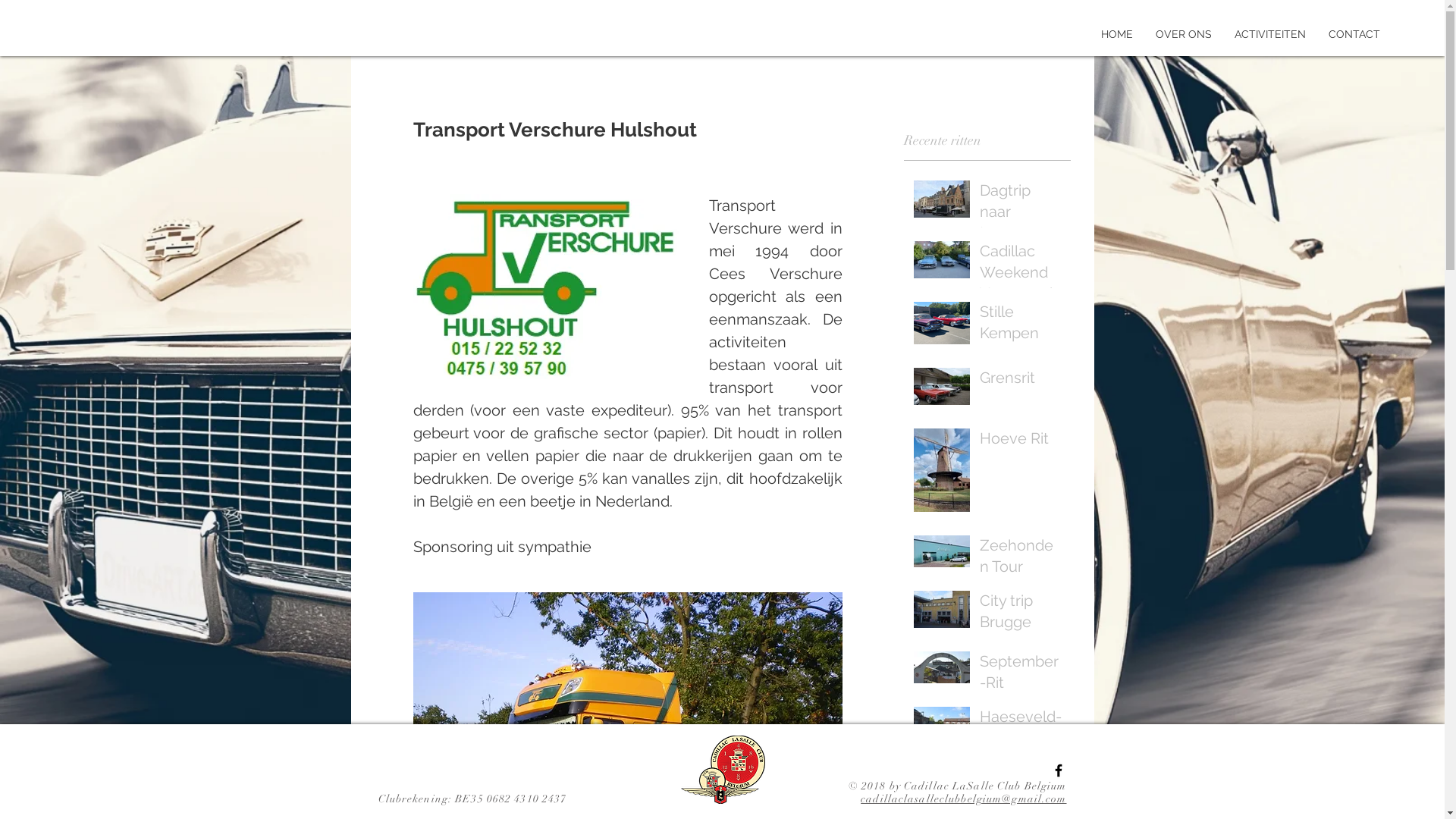 The width and height of the screenshot is (1456, 819). What do you see at coordinates (979, 324) in the screenshot?
I see `'Stille Kempen'` at bounding box center [979, 324].